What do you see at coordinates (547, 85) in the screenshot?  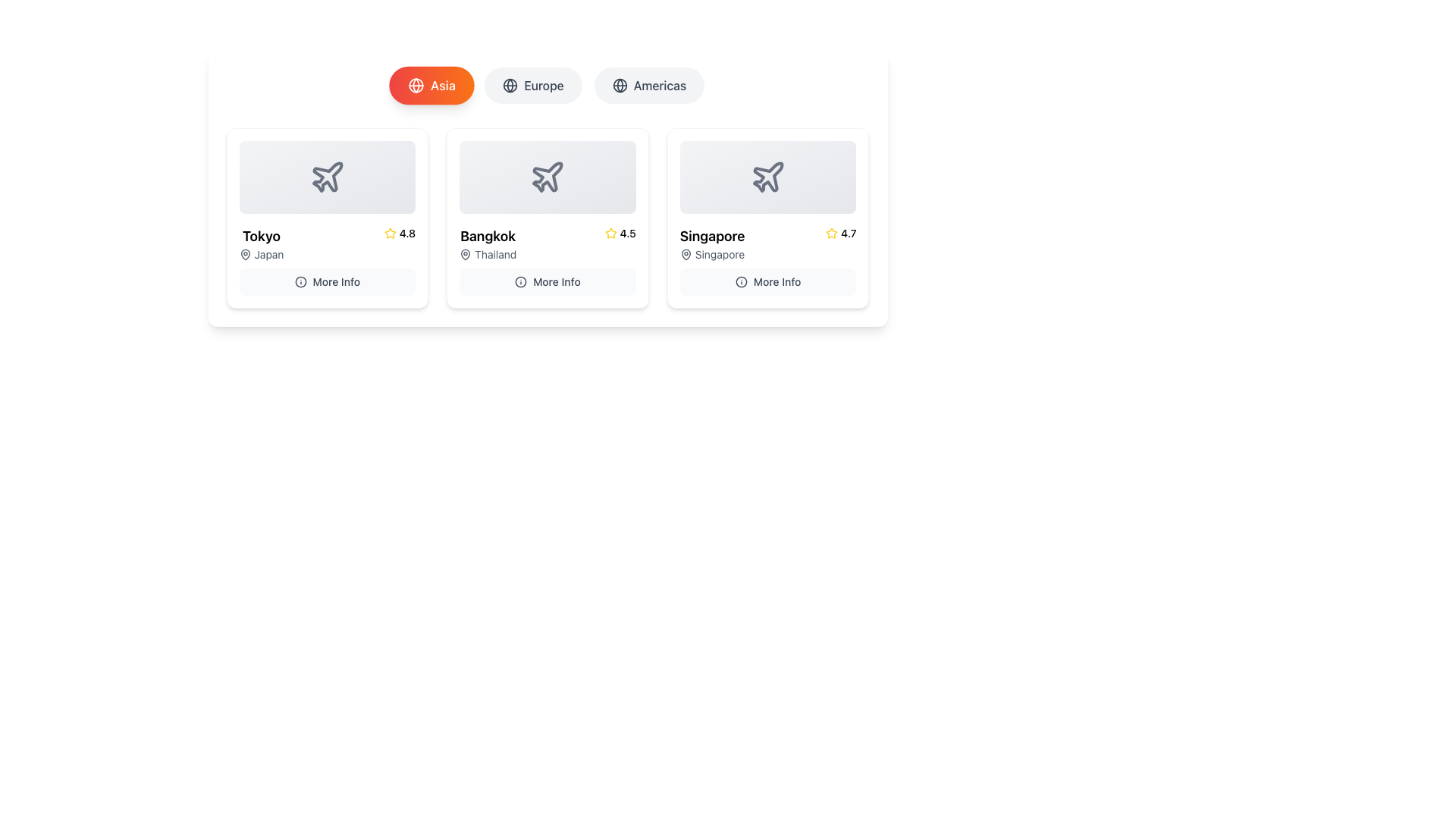 I see `the navigation button for Europe, which is the second button in a three-button group located centrally in the top section of the interface` at bounding box center [547, 85].